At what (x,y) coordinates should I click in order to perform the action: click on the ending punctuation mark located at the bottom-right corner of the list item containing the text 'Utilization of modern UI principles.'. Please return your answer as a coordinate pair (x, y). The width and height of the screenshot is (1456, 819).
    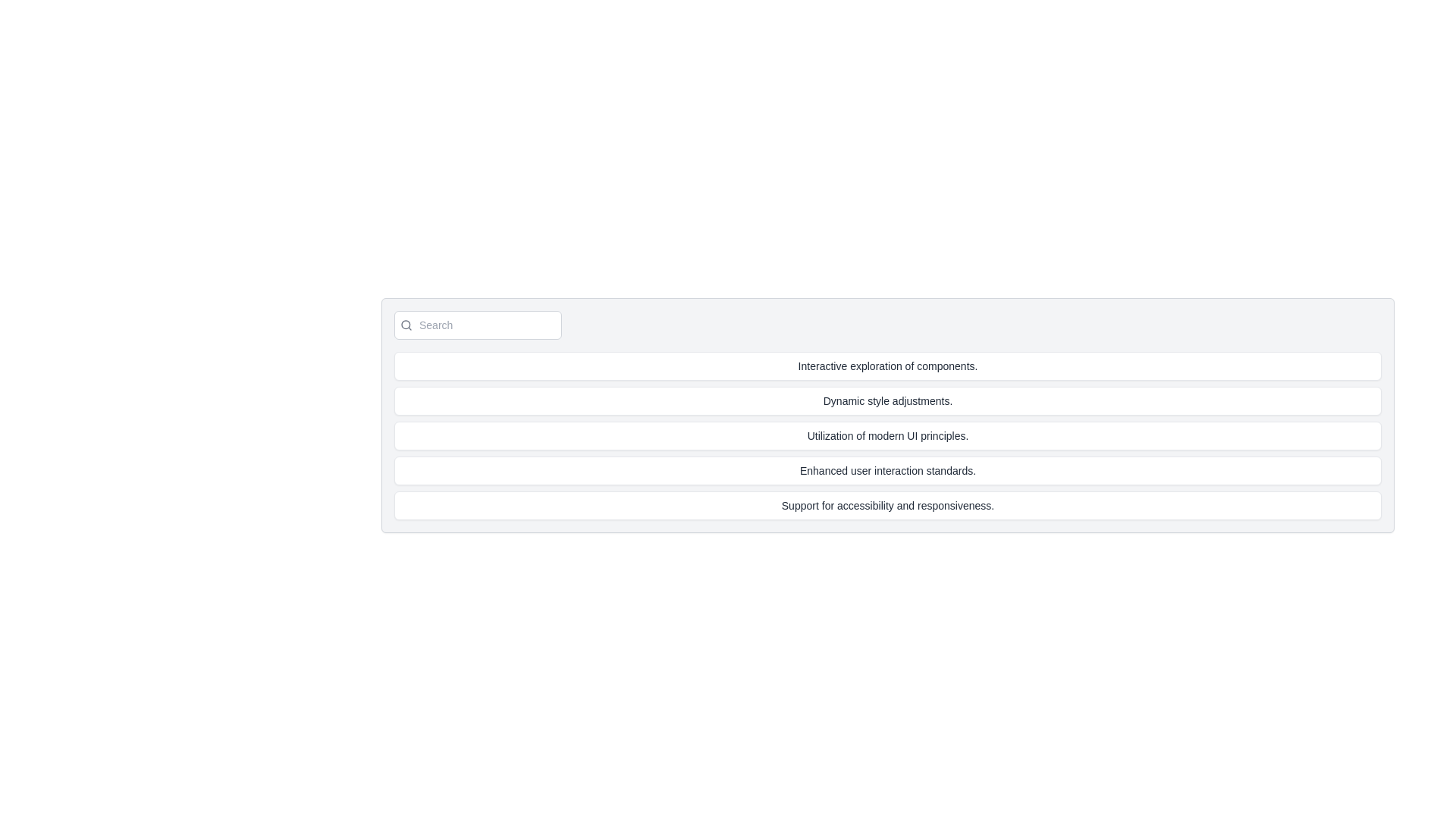
    Looking at the image, I should click on (966, 435).